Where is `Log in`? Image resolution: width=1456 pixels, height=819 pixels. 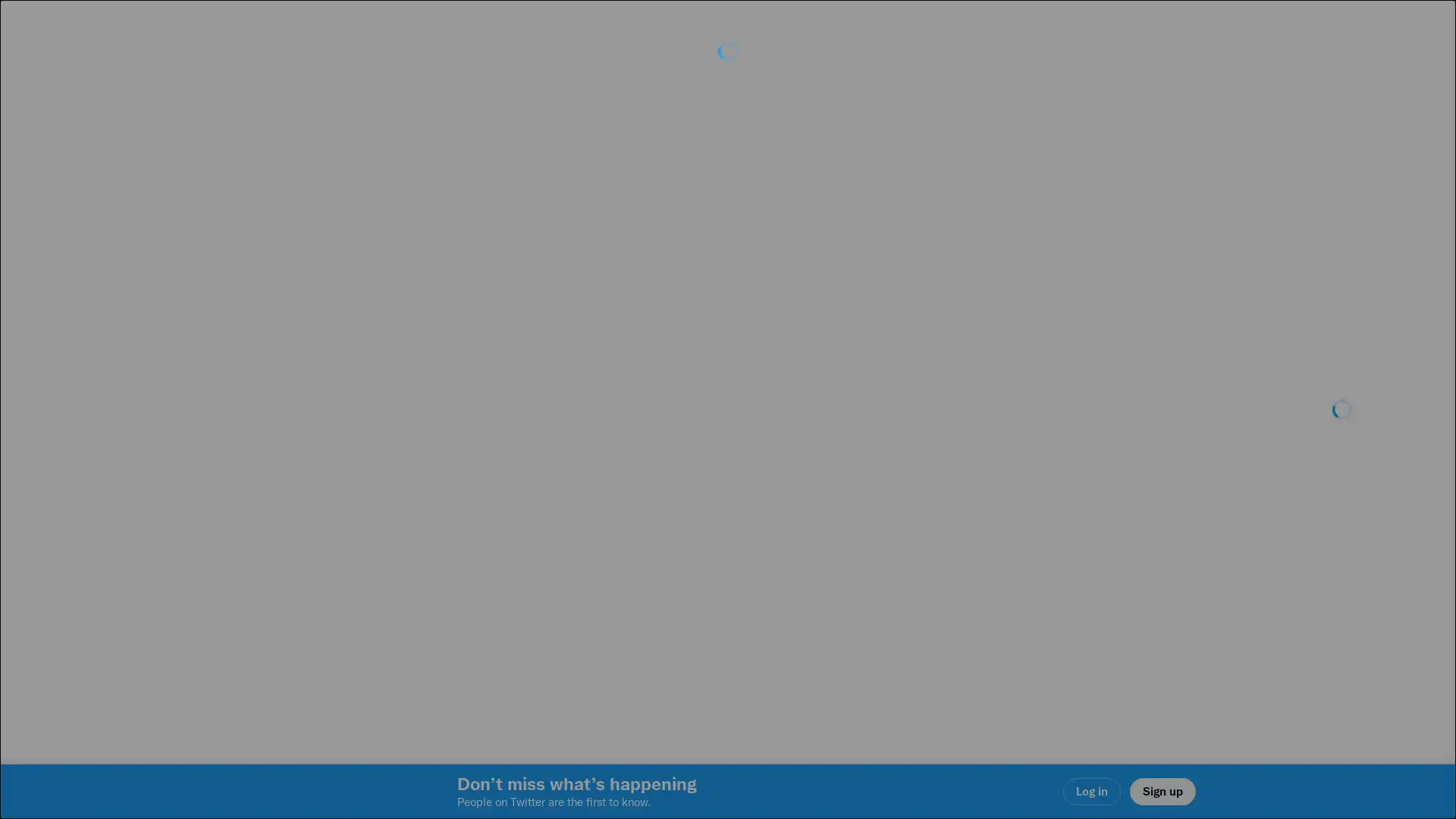 Log in is located at coordinates (910, 516).